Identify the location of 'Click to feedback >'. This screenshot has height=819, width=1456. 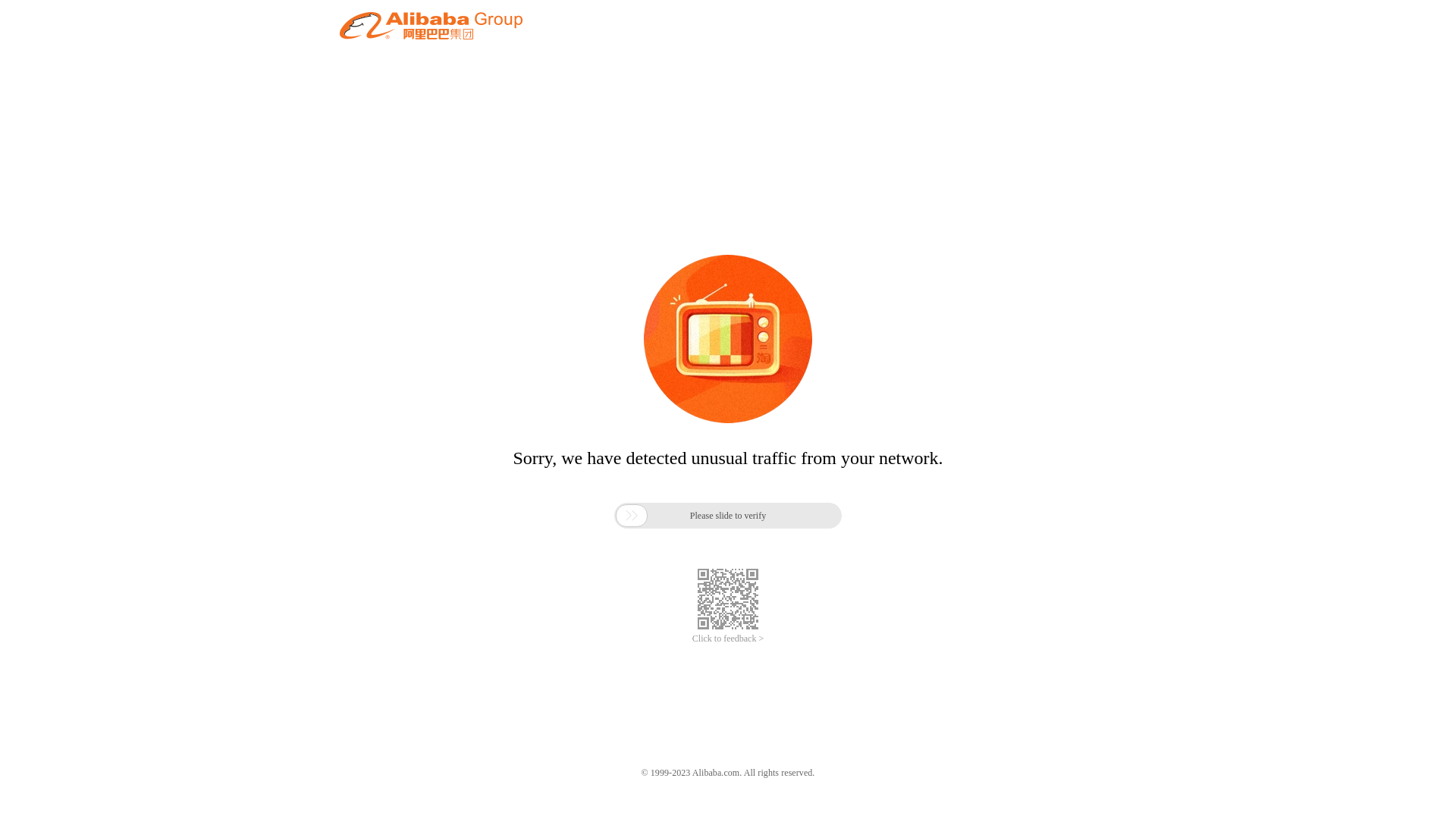
(728, 639).